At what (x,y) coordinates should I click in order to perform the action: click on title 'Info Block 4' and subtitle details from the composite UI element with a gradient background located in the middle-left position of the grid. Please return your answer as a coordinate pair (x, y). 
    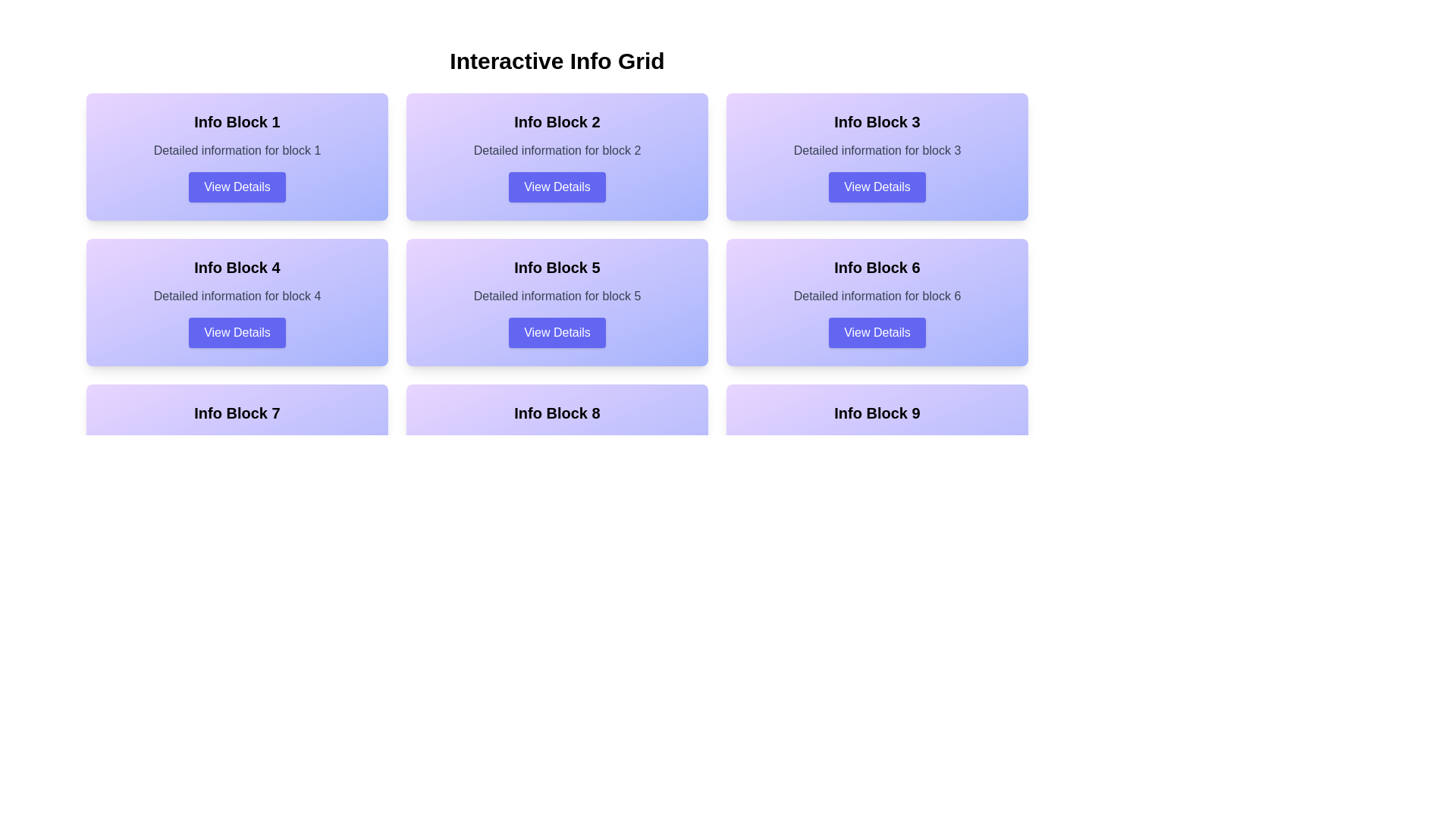
    Looking at the image, I should click on (236, 302).